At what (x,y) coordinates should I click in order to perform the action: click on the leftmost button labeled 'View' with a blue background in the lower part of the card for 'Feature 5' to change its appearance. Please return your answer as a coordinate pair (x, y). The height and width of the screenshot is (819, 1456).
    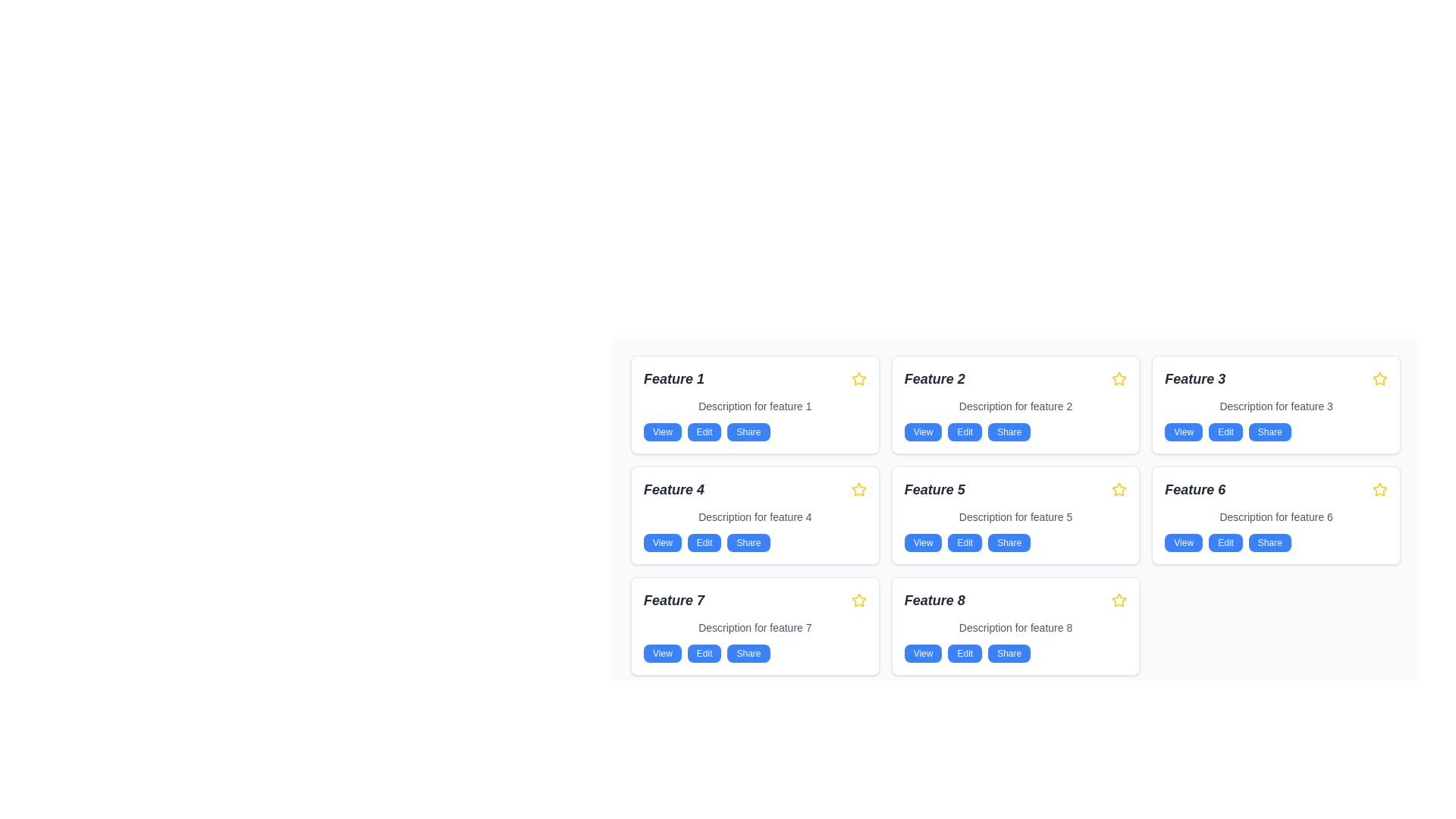
    Looking at the image, I should click on (922, 542).